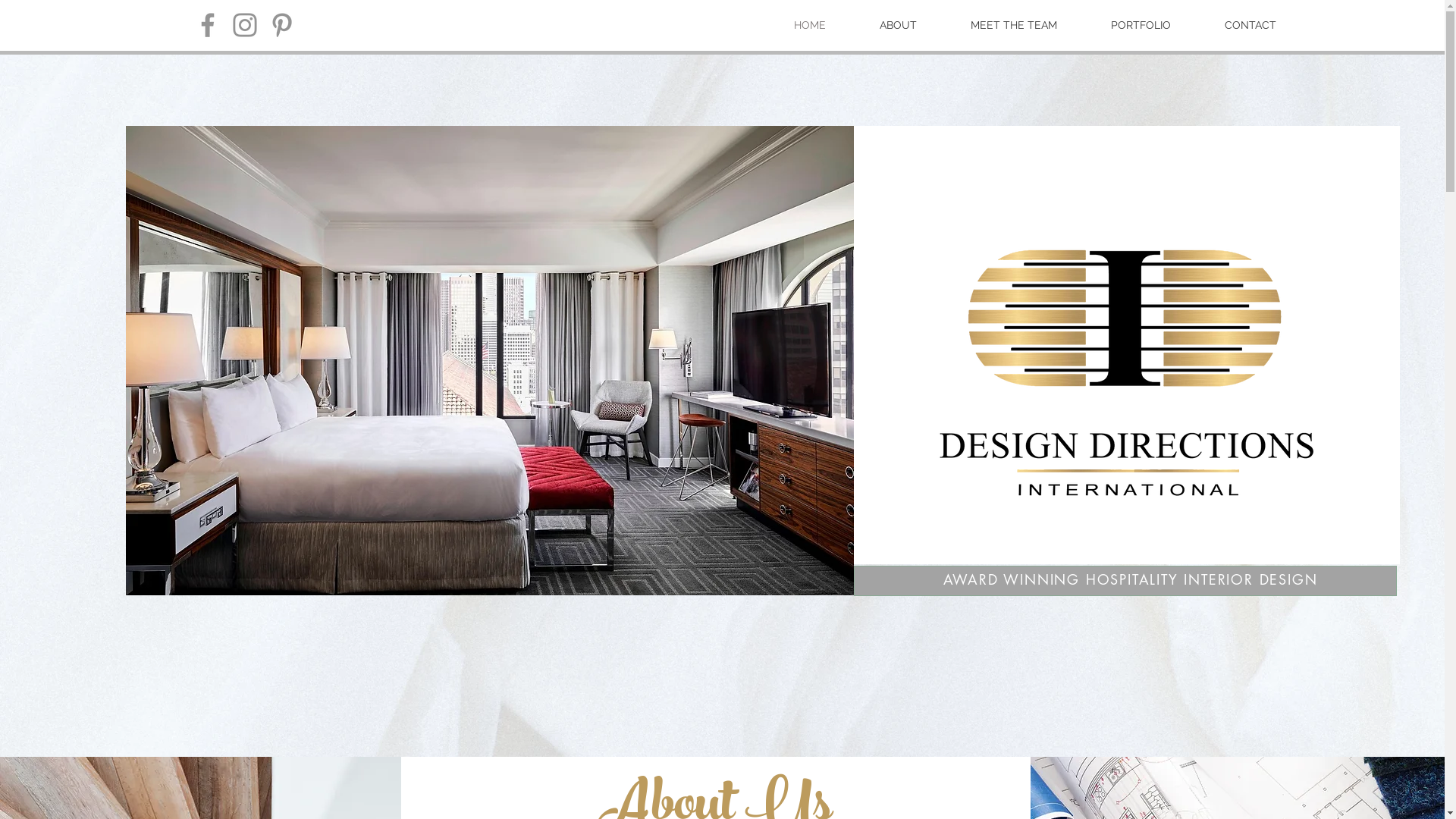 The image size is (1456, 819). I want to click on 'ABOUT', so click(898, 25).